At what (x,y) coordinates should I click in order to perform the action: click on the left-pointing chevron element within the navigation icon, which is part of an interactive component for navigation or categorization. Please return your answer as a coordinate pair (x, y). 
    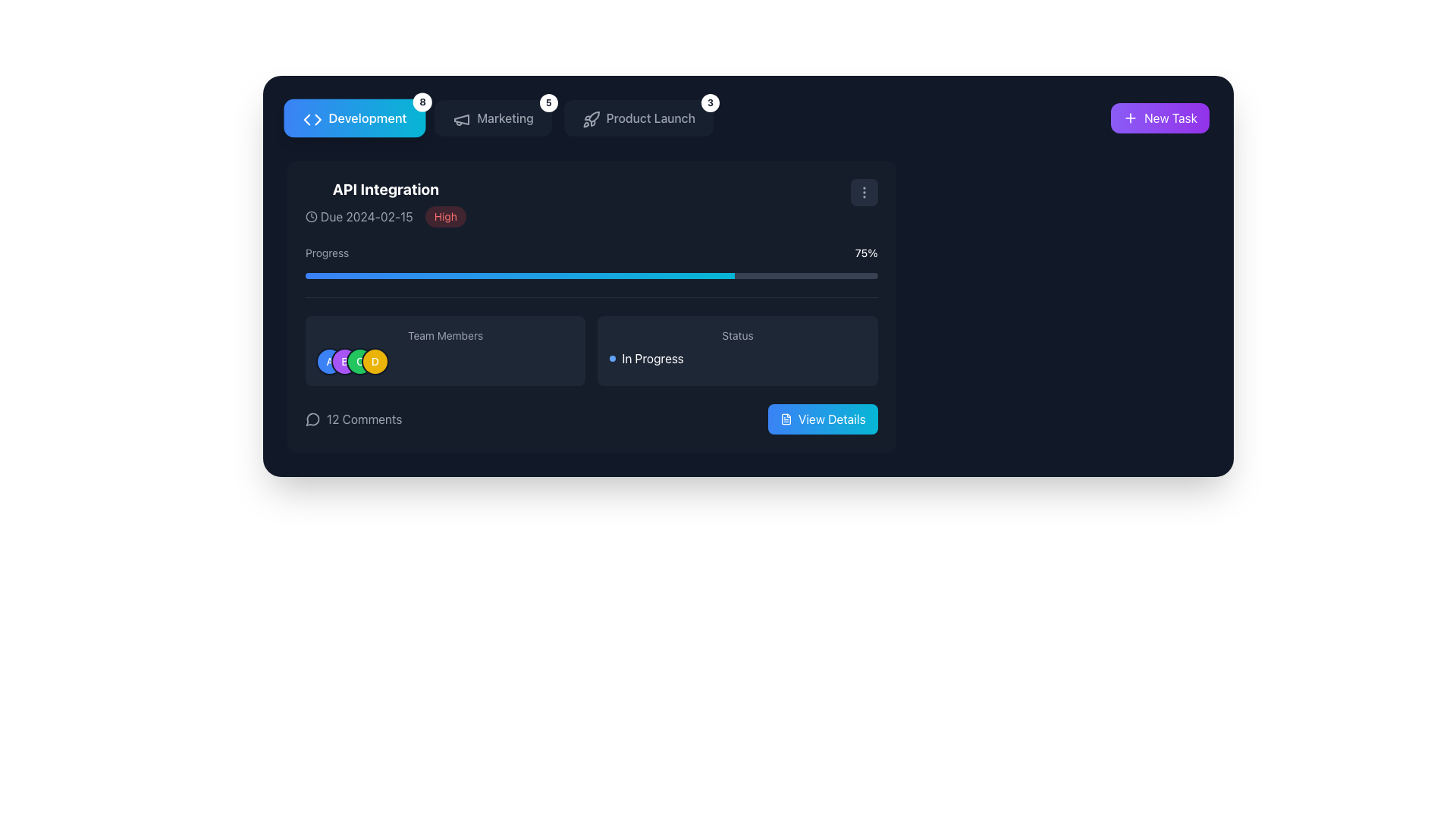
    Looking at the image, I should click on (306, 119).